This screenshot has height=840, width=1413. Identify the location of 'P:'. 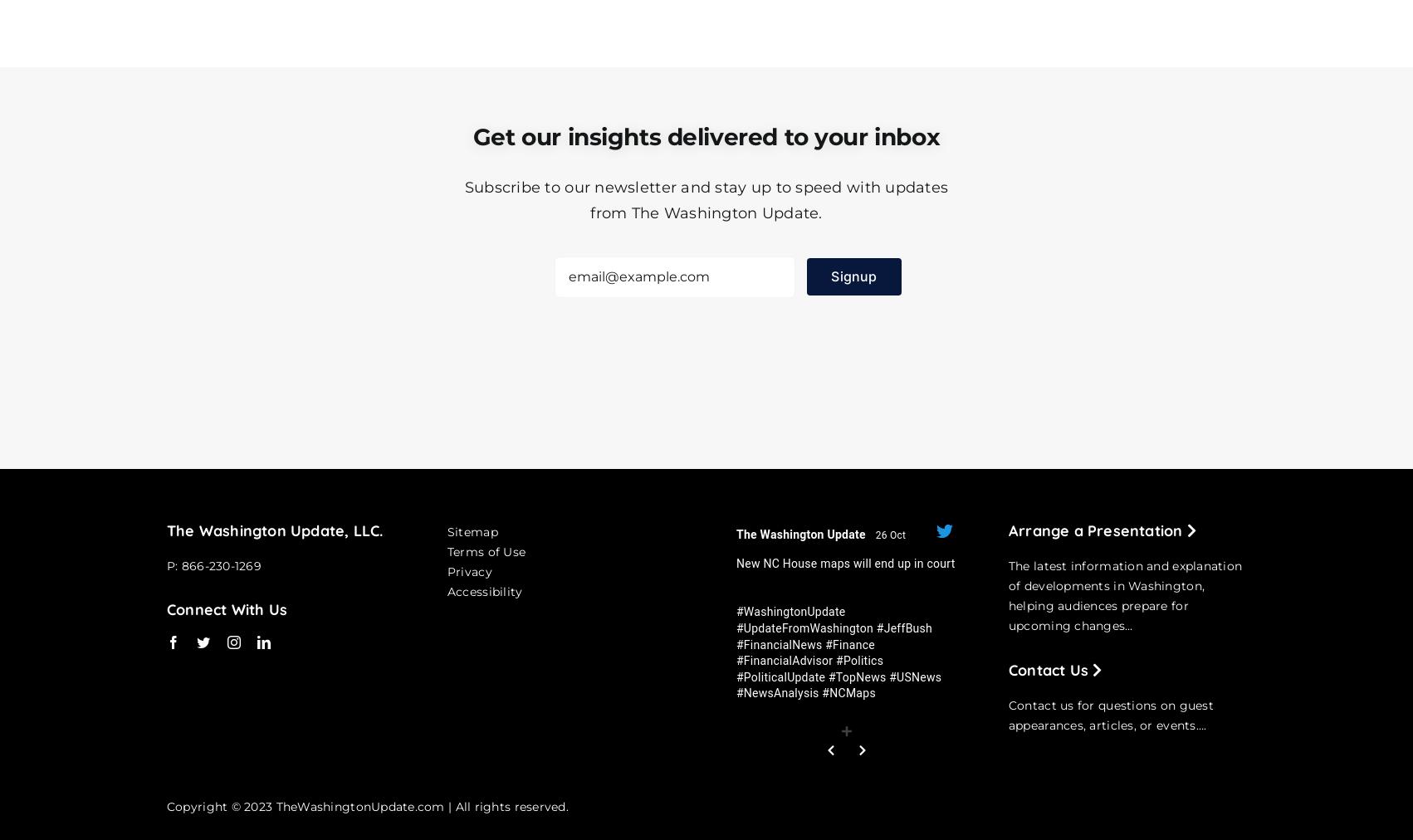
(164, 564).